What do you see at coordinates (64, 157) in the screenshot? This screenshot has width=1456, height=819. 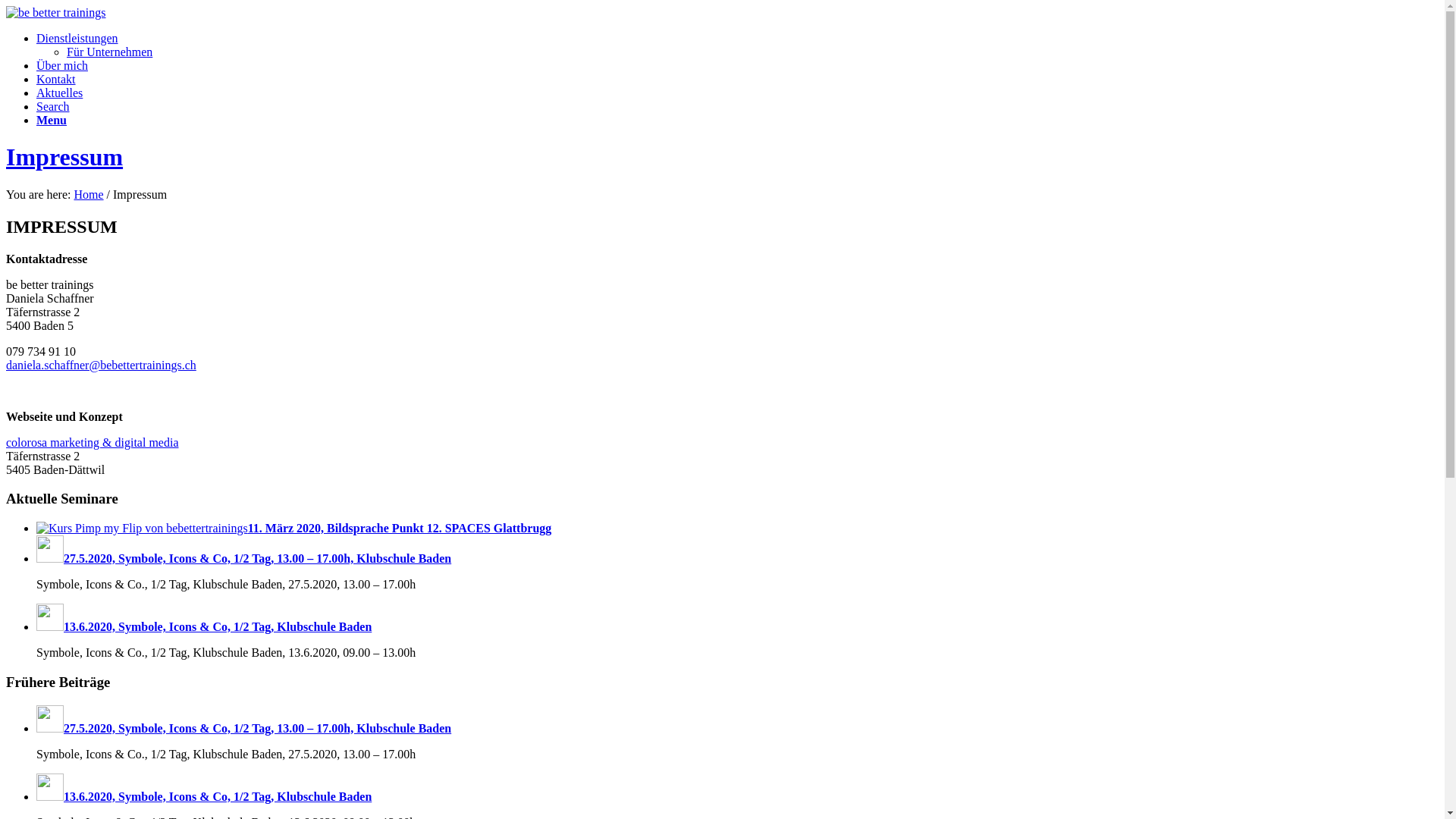 I see `'Impressum'` at bounding box center [64, 157].